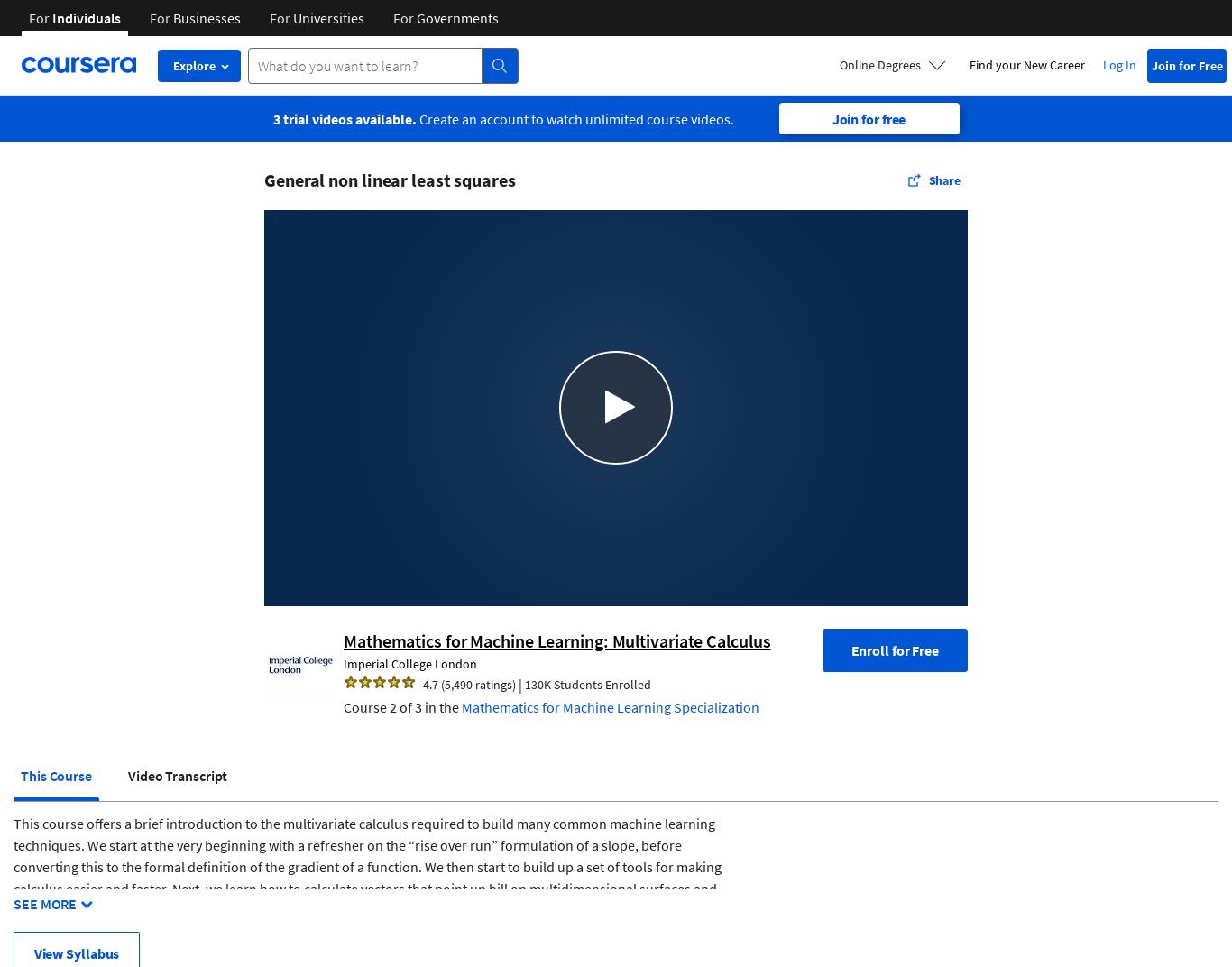 The image size is (1232, 967). Describe the element at coordinates (409, 661) in the screenshot. I see `'Imperial College London'` at that location.